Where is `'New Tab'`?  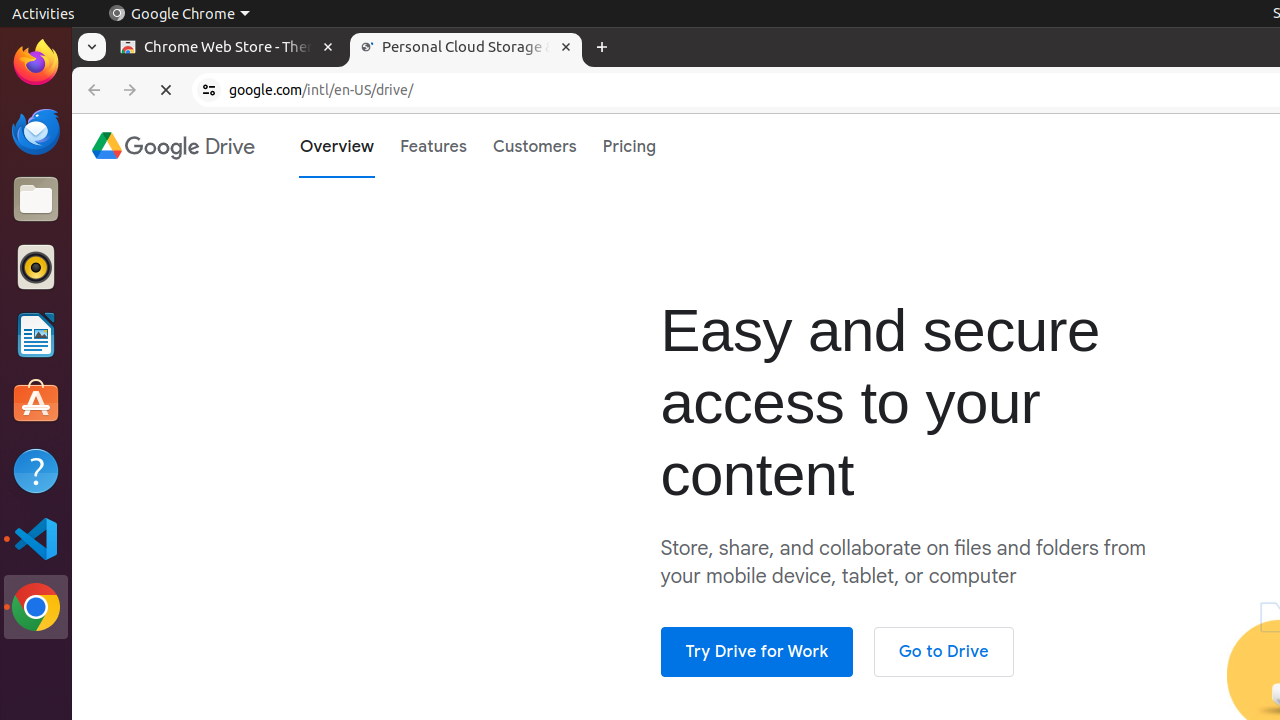 'New Tab' is located at coordinates (600, 46).